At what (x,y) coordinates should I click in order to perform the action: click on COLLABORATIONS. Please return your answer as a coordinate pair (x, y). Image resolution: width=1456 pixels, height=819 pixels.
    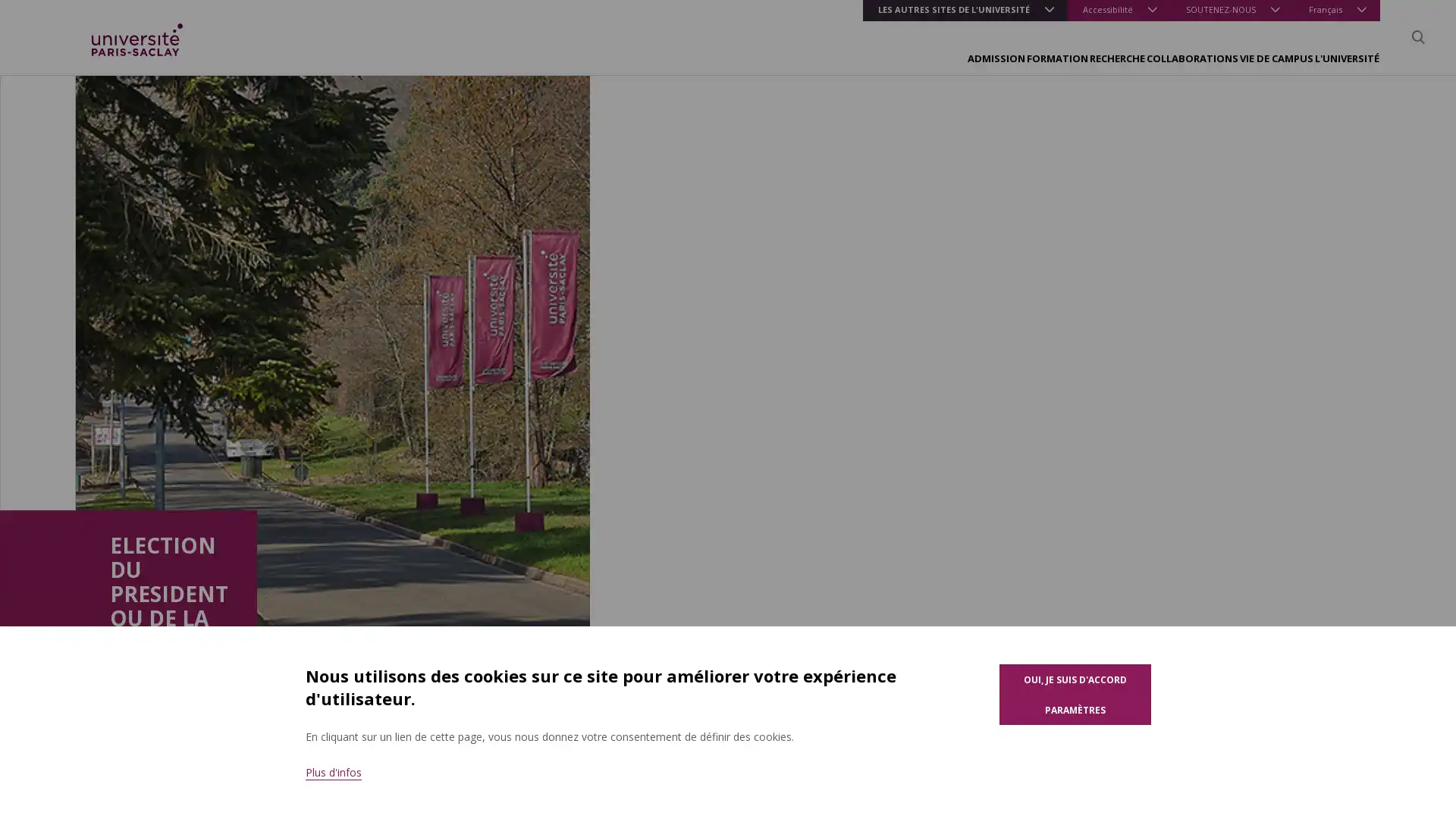
    Looking at the image, I should click on (1081, 52).